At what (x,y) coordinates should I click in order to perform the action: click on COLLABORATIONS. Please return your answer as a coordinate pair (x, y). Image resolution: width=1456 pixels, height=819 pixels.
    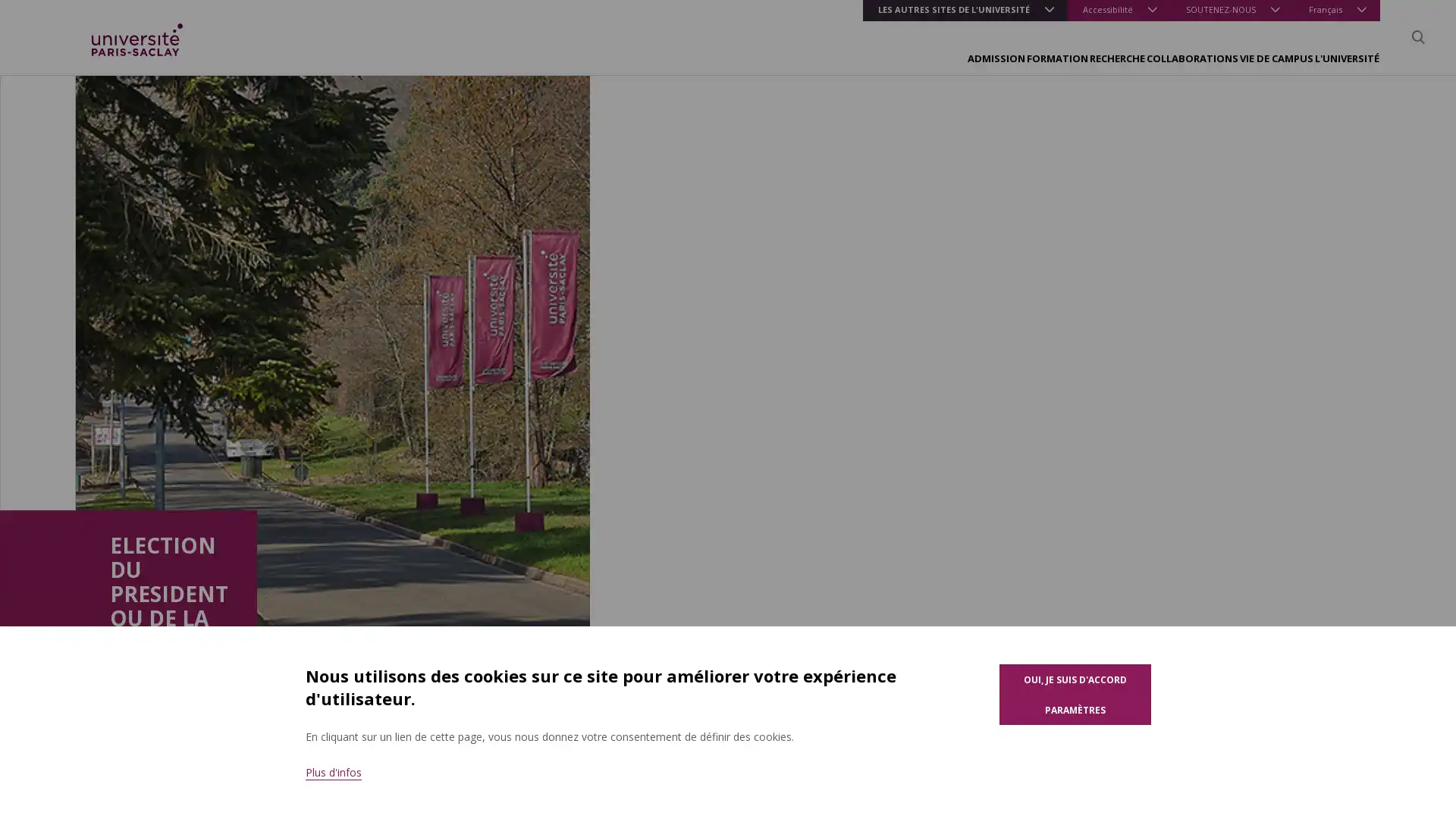
    Looking at the image, I should click on (1081, 52).